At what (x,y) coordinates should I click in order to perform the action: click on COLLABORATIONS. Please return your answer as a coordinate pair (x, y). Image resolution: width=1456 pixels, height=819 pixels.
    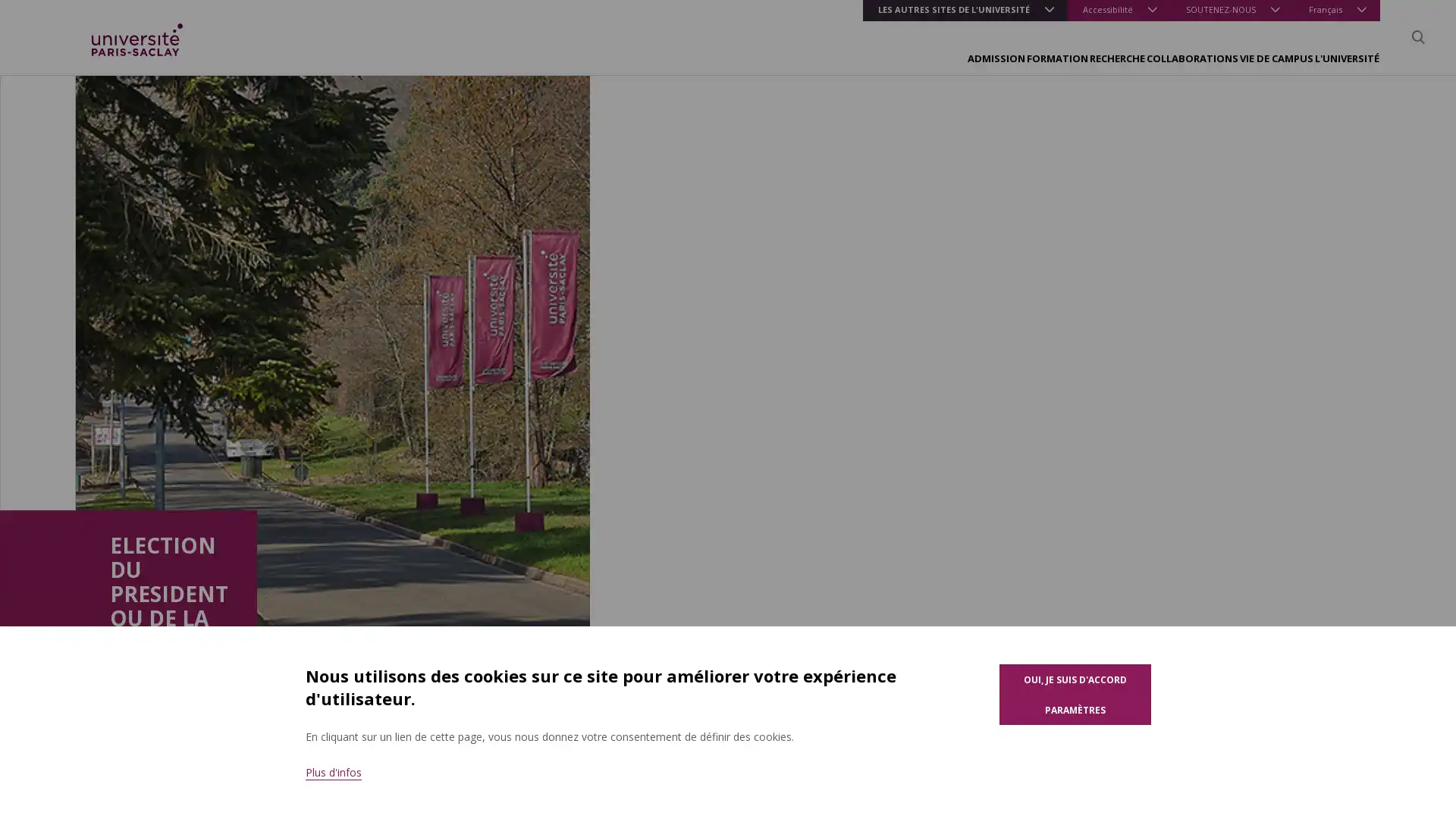
    Looking at the image, I should click on (1081, 52).